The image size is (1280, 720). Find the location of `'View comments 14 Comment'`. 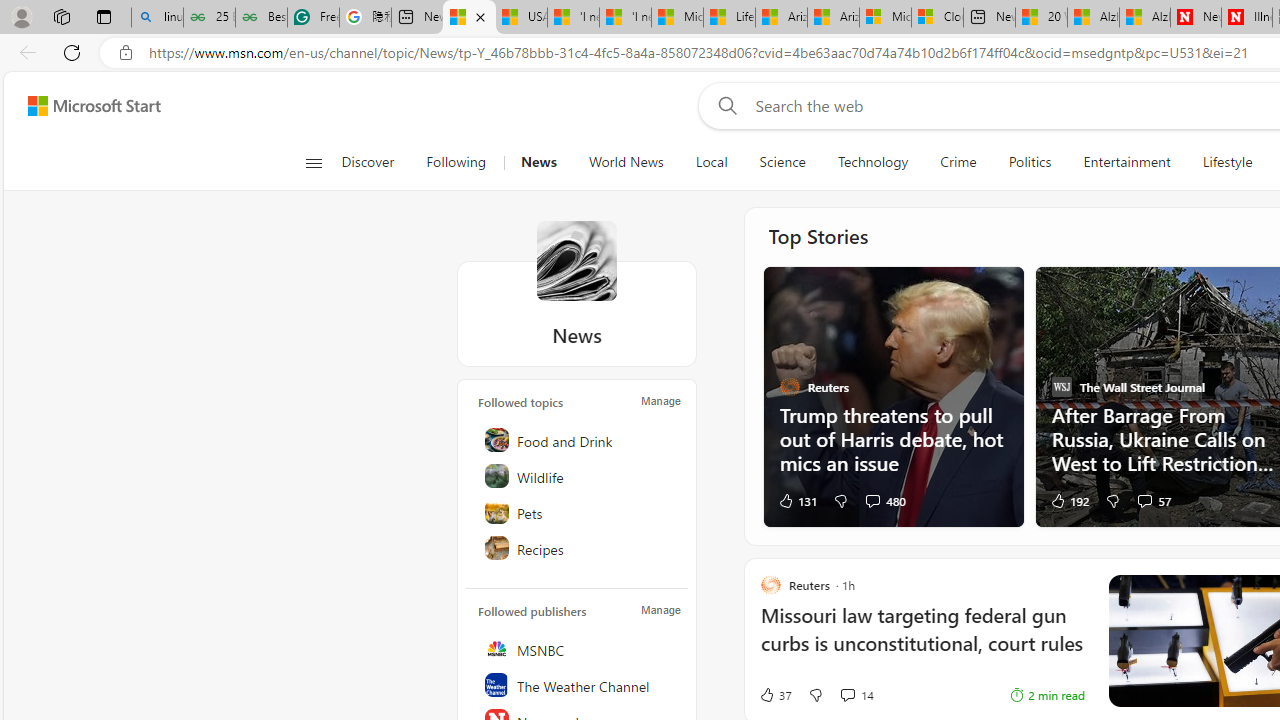

'View comments 14 Comment' is located at coordinates (847, 693).